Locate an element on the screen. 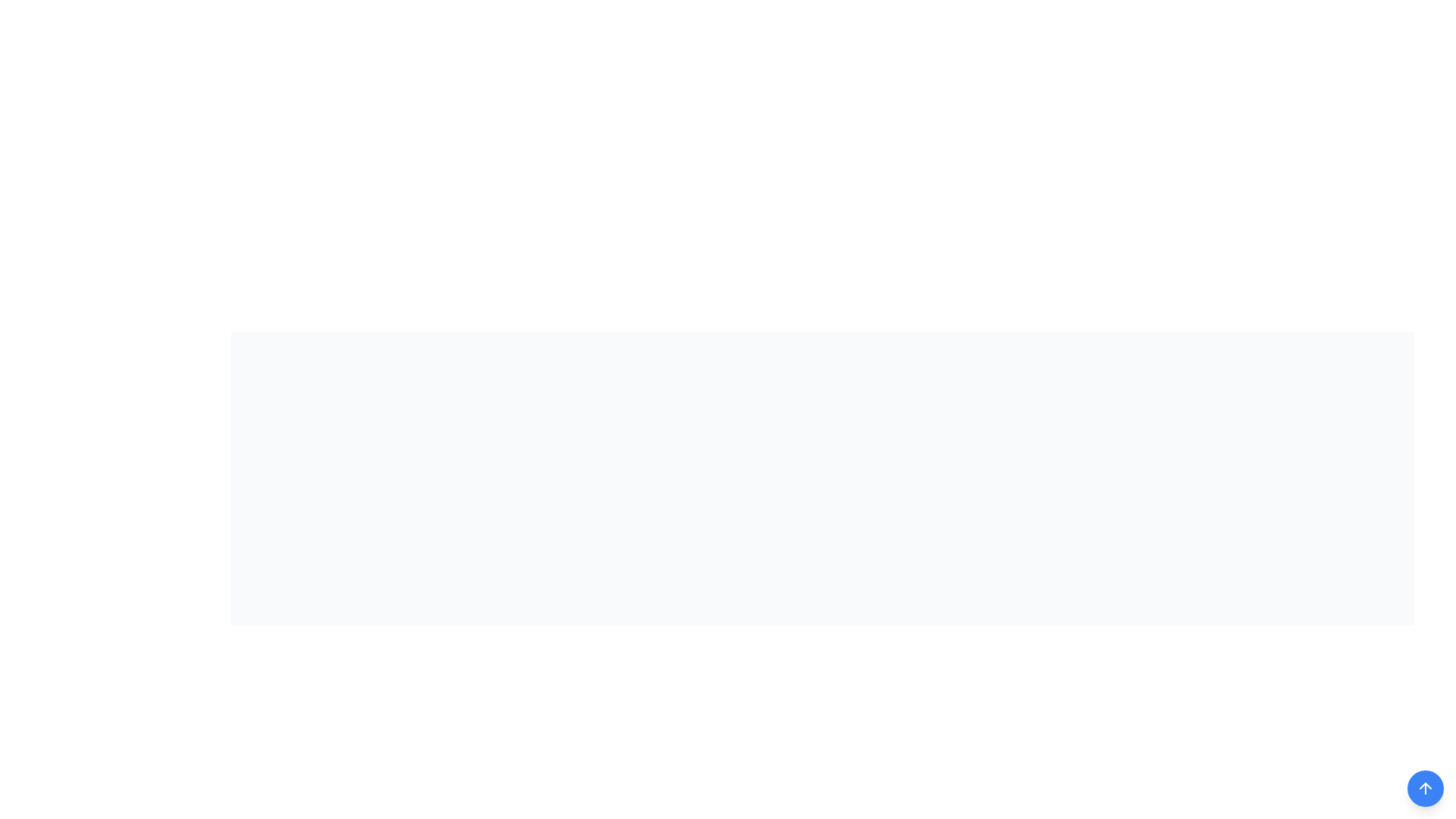 This screenshot has height=819, width=1456. the circular blue button with a white upward-pointing arrow icon is located at coordinates (1425, 788).